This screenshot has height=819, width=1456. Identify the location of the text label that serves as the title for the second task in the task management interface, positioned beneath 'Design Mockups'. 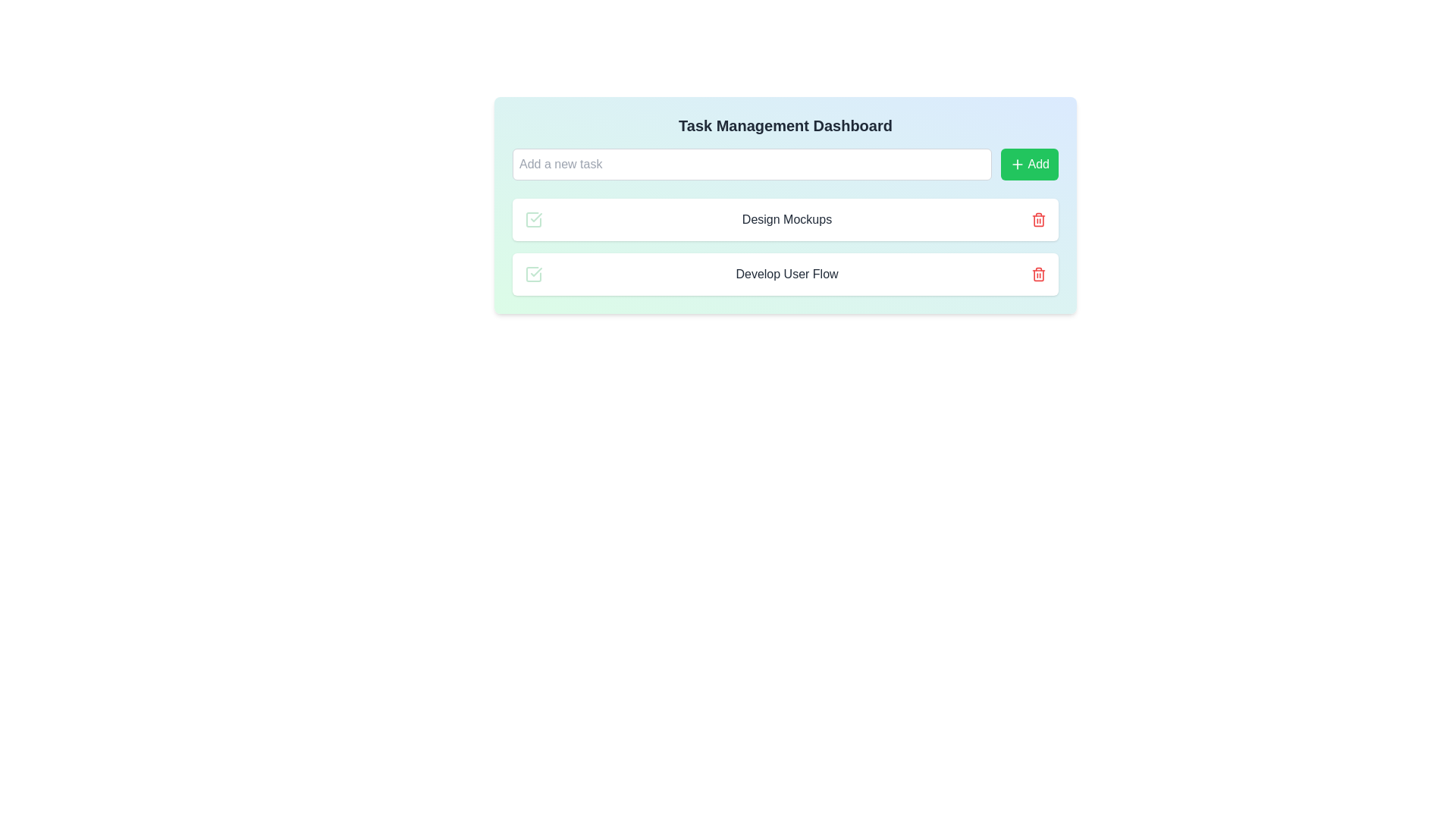
(786, 275).